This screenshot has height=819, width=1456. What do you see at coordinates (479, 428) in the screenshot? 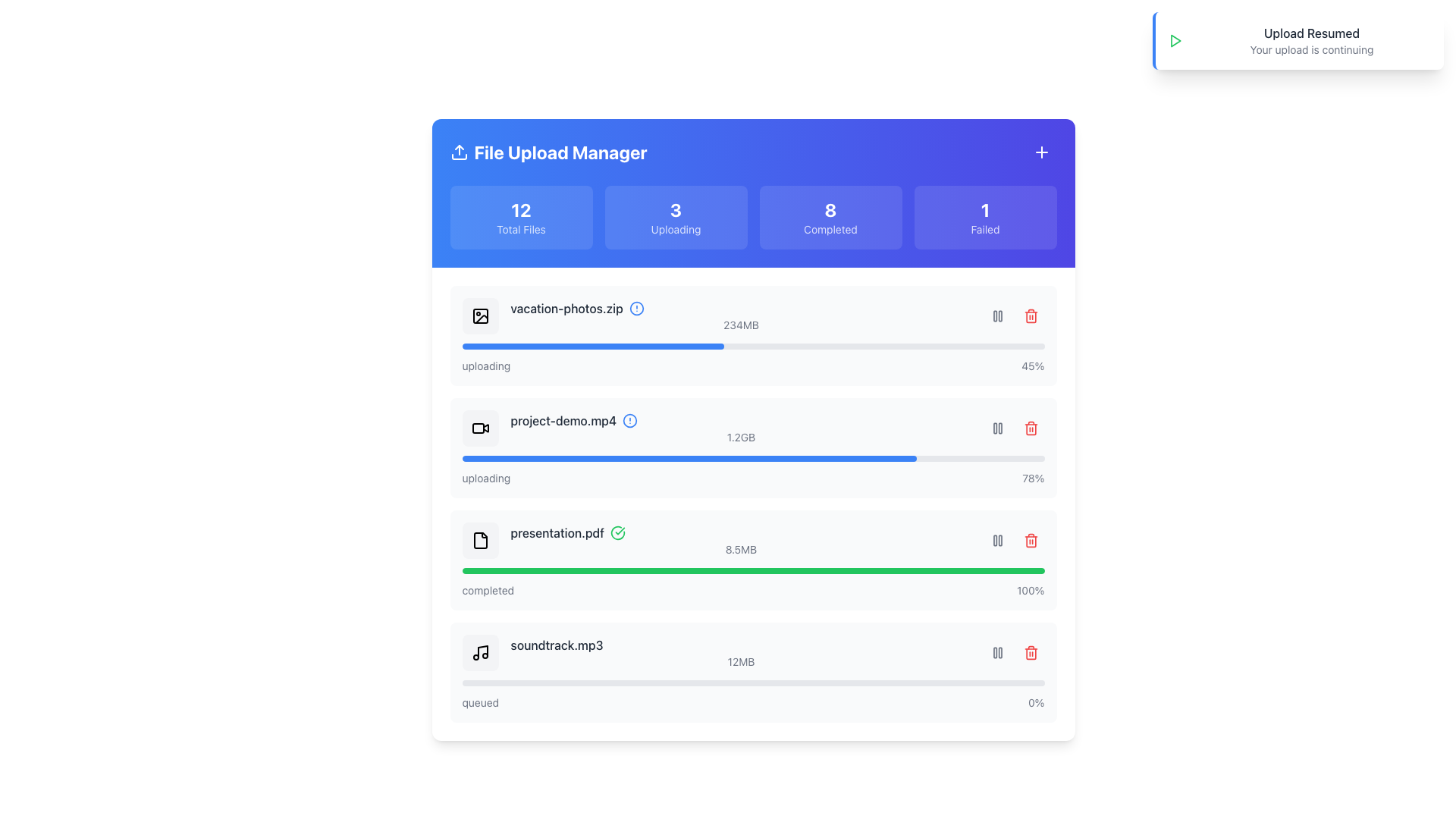
I see `the small, square icon with rounded corners featuring a white video camera symbol, located in the second row of the file list in the File Upload Manager interface, to the left of 'project-demo.mp4'` at bounding box center [479, 428].